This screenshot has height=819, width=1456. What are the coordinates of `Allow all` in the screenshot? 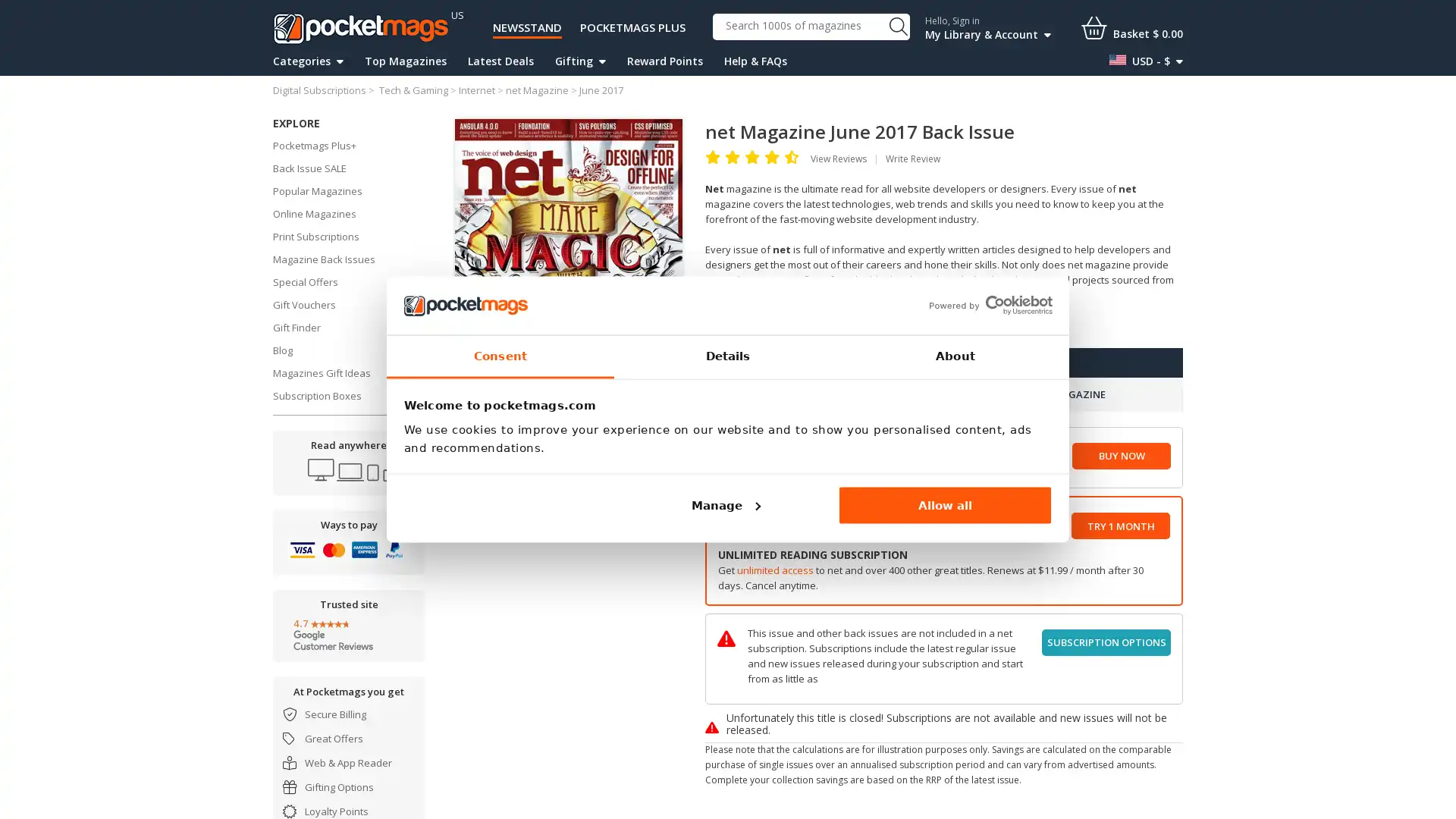 It's located at (944, 505).